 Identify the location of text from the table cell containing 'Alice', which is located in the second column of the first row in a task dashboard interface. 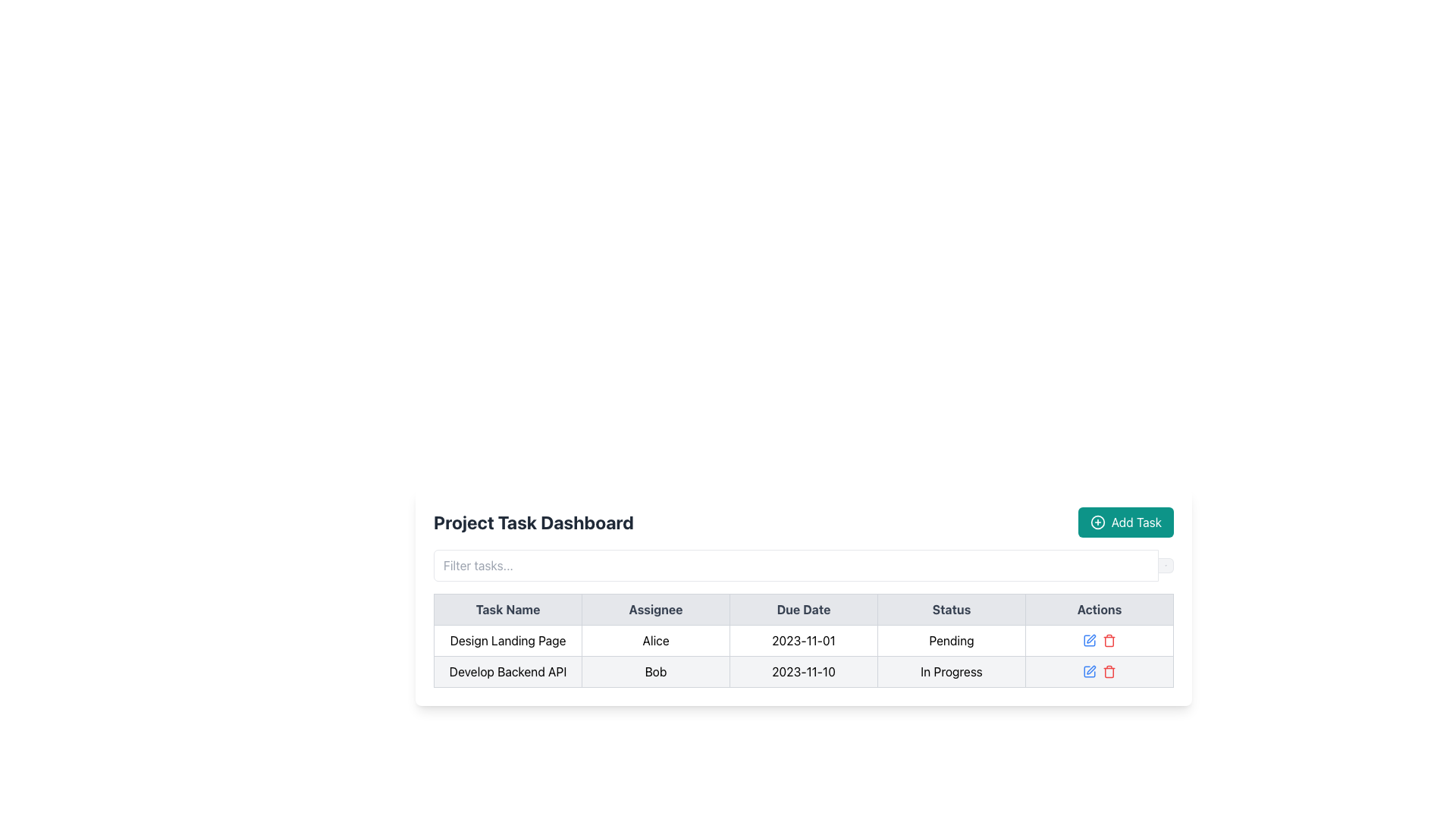
(655, 640).